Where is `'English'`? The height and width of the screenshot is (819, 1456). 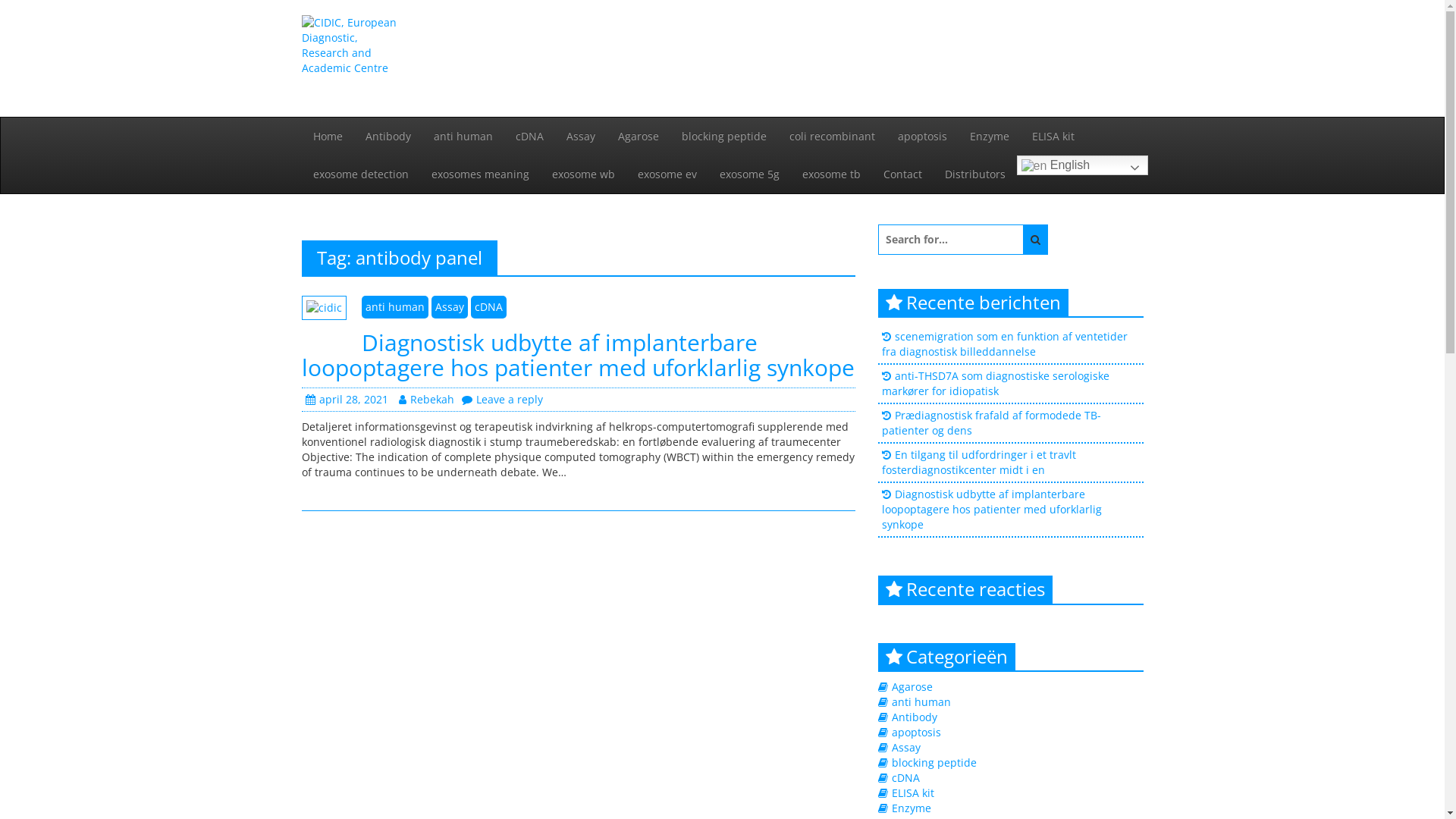 'English' is located at coordinates (1081, 165).